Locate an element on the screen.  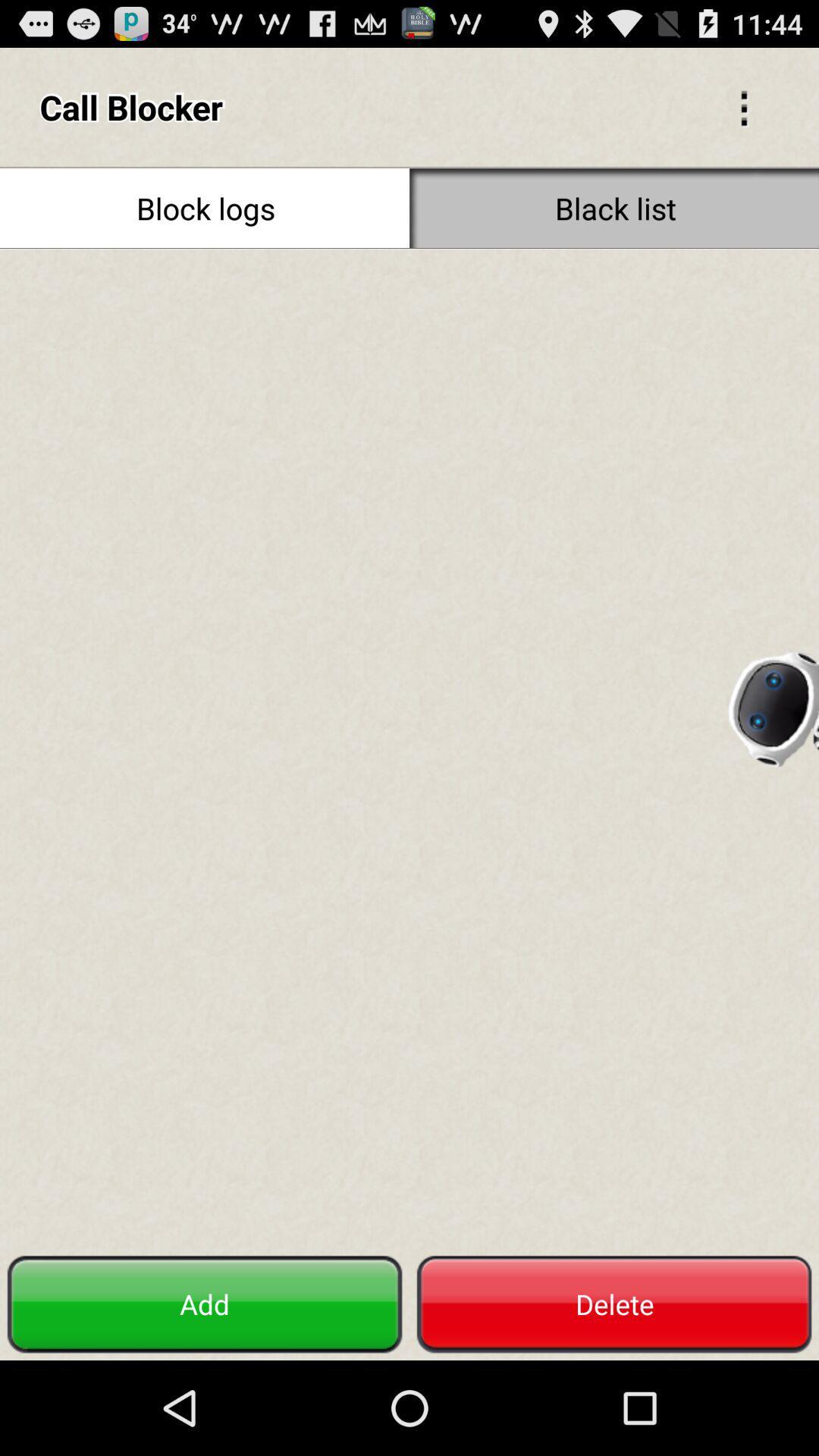
button to the left of the delete button is located at coordinates (205, 1304).